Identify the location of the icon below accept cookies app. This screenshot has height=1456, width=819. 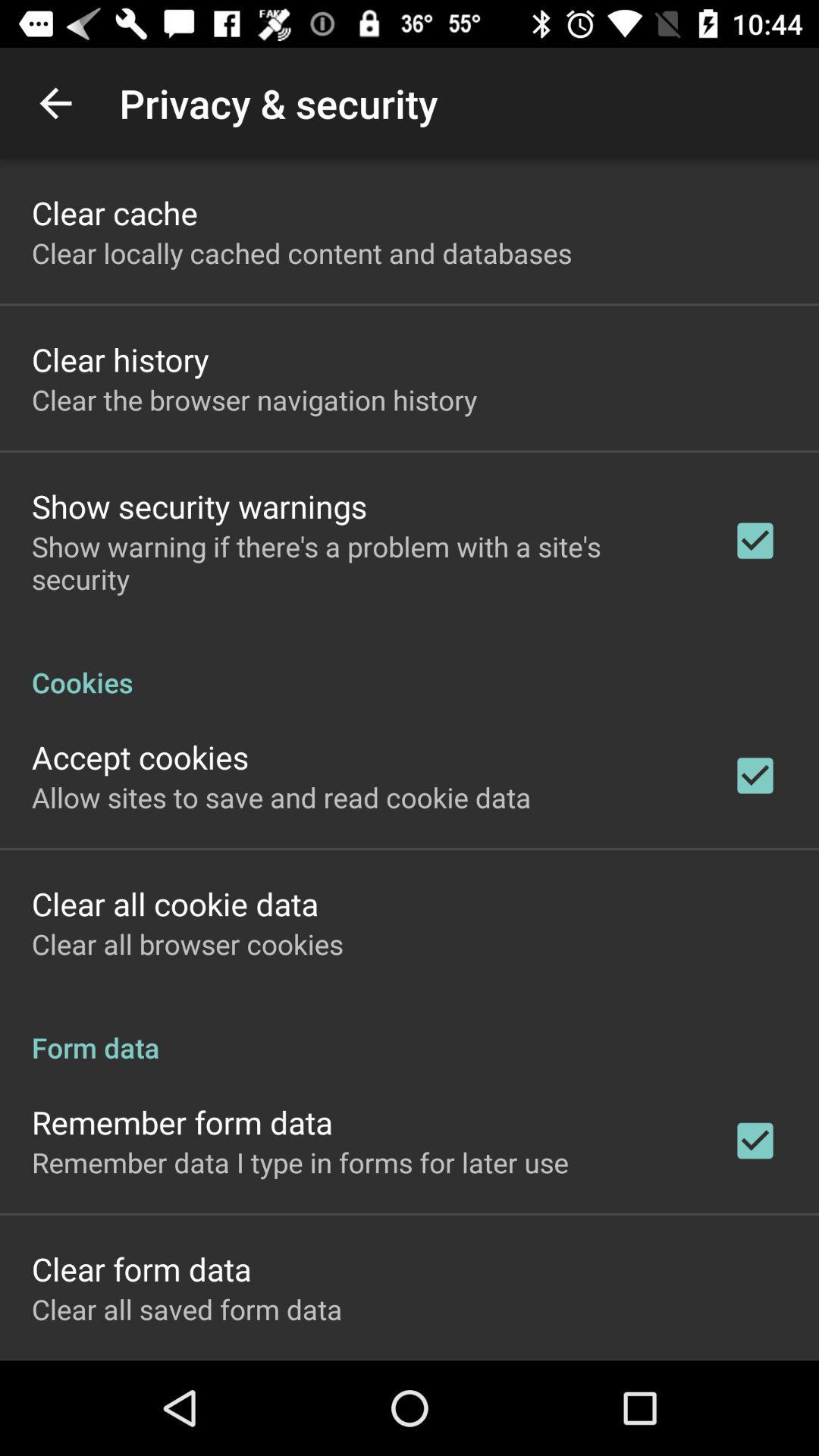
(281, 796).